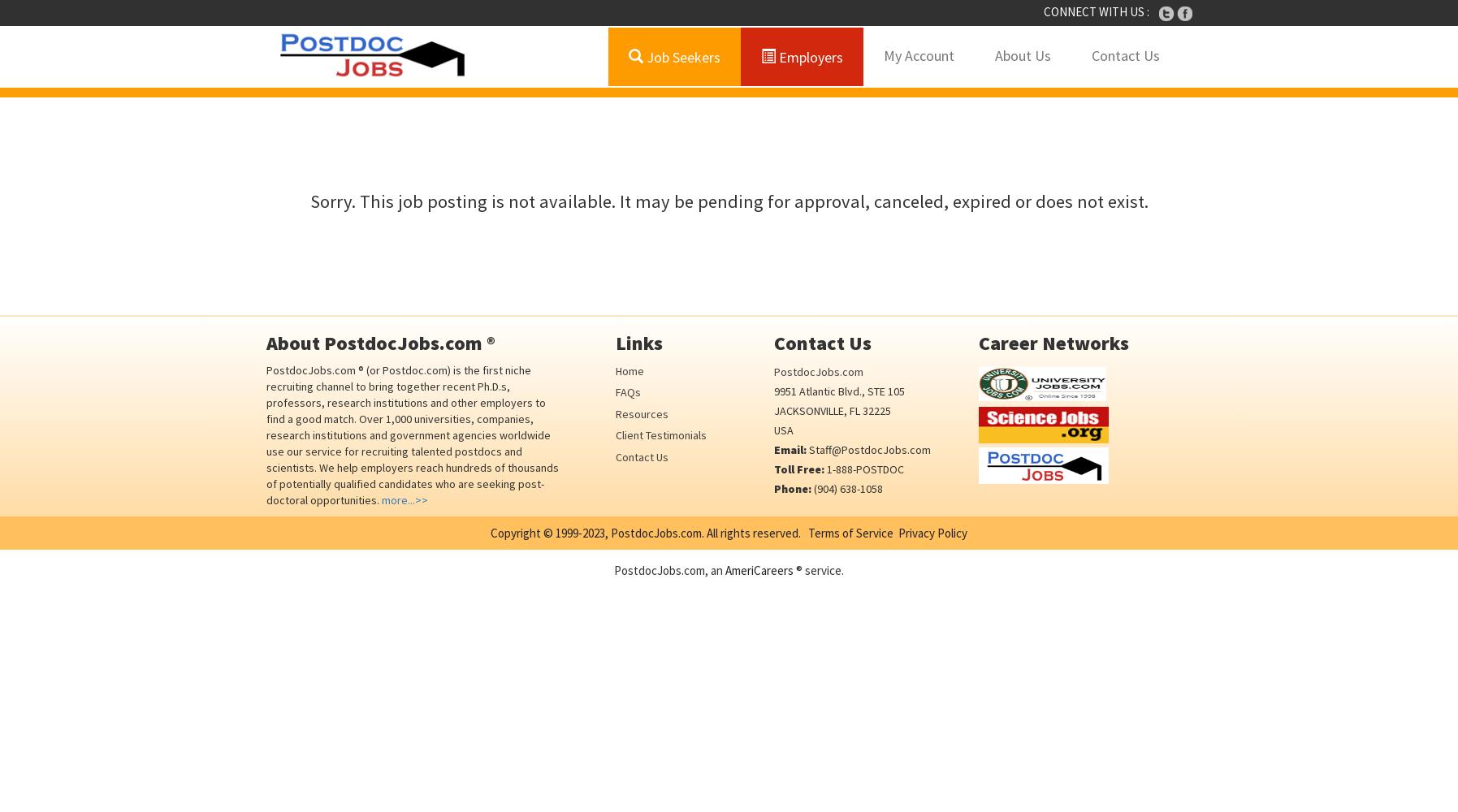  Describe the element at coordinates (798, 469) in the screenshot. I see `'Toll Free:'` at that location.